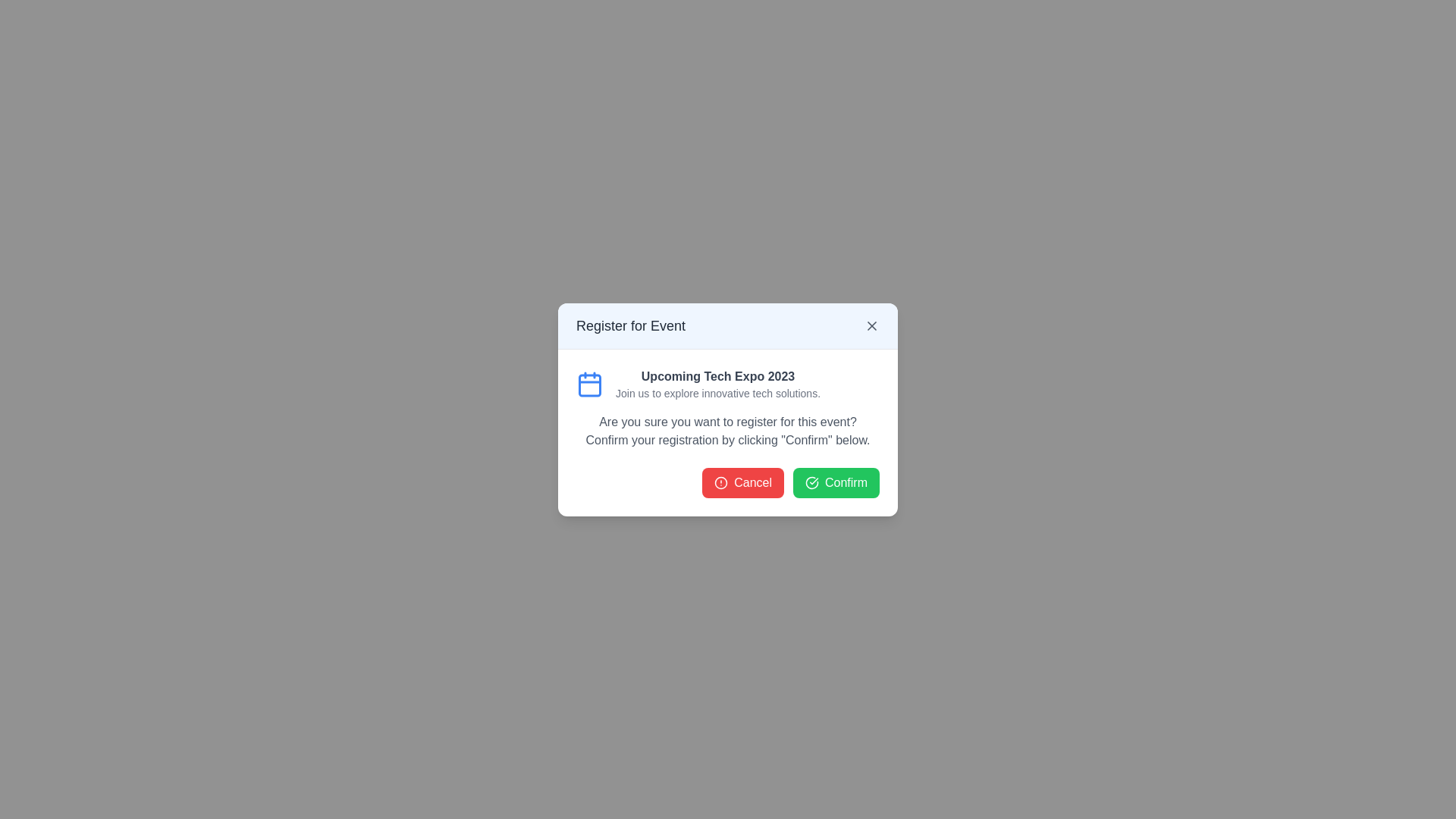 This screenshot has height=819, width=1456. Describe the element at coordinates (717, 392) in the screenshot. I see `the non-interactive text label providing information about the 'Upcoming Tech Expo 2023' located in the modal dialog box` at that location.